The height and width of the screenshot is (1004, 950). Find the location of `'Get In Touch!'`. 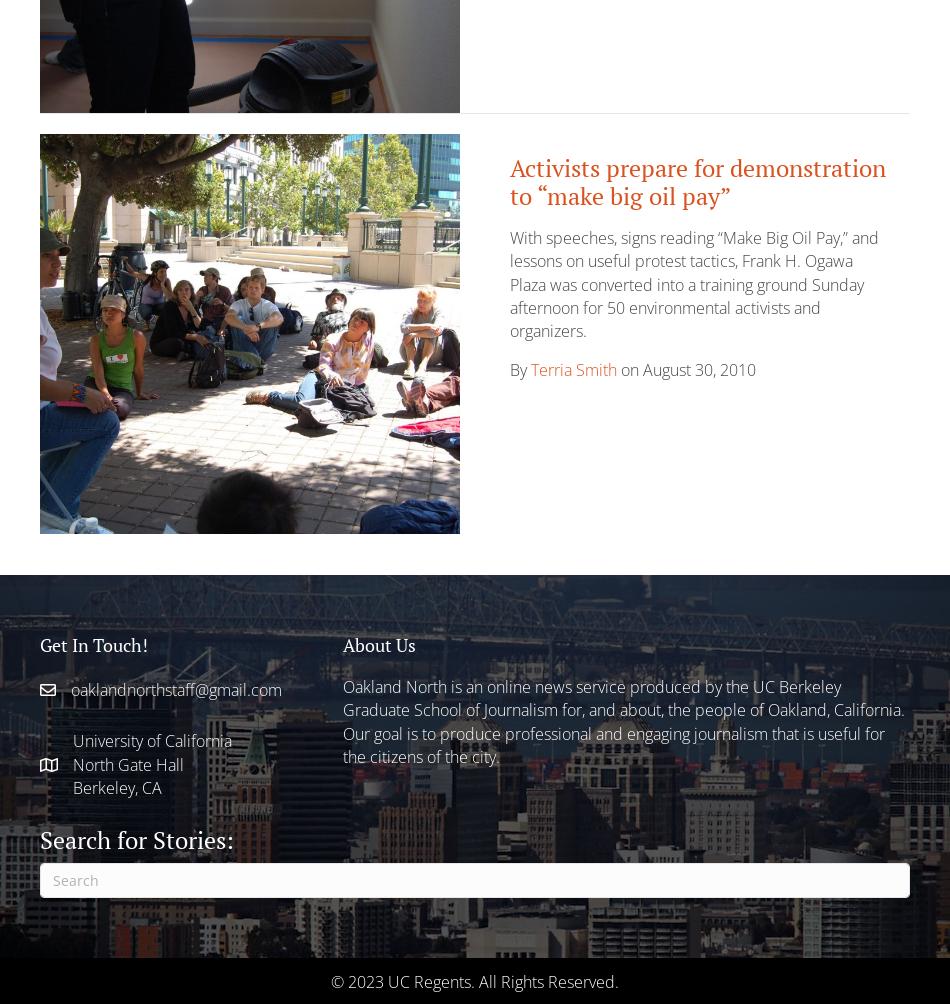

'Get In Touch!' is located at coordinates (93, 642).